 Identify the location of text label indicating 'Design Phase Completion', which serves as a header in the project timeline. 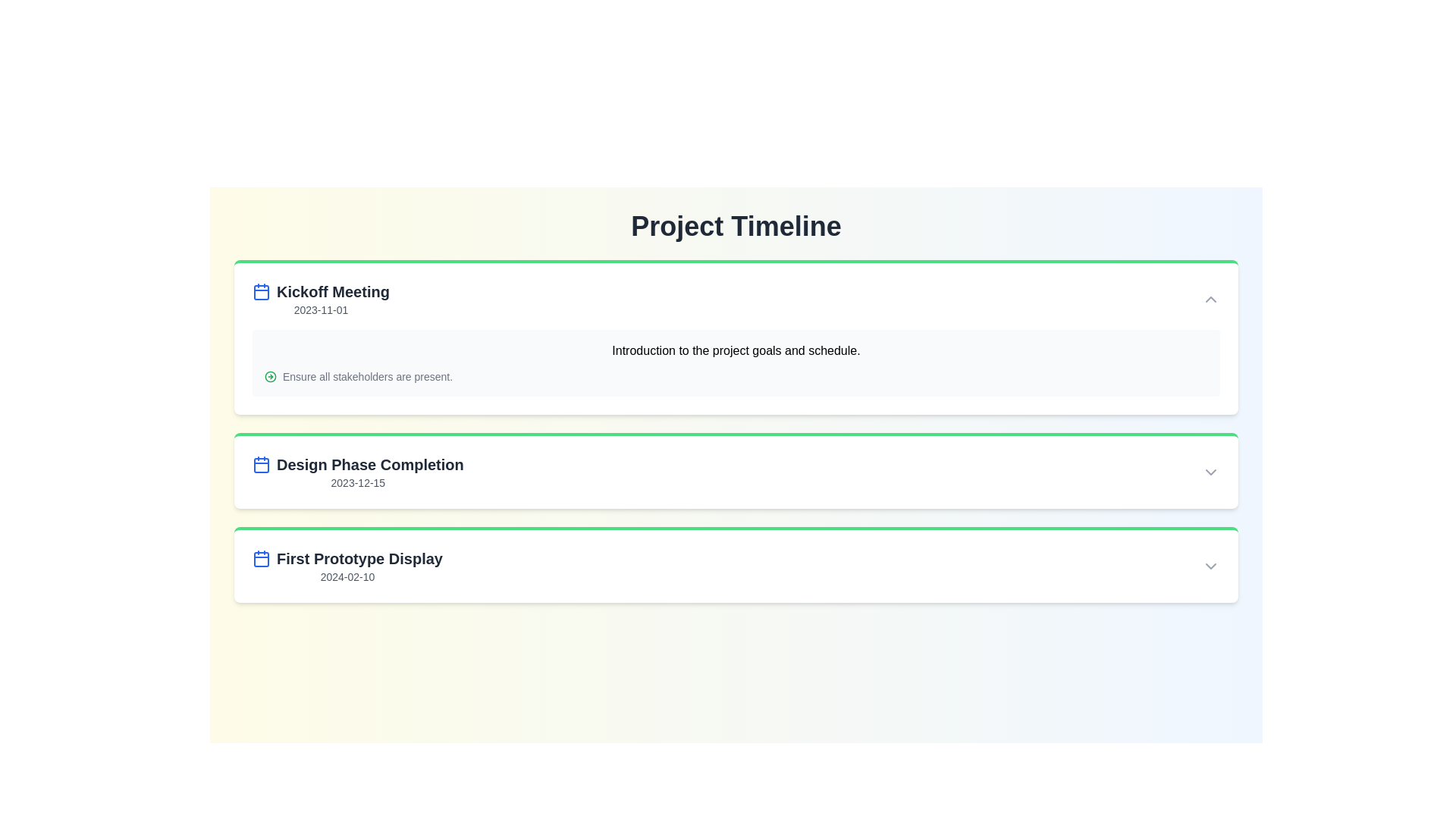
(357, 464).